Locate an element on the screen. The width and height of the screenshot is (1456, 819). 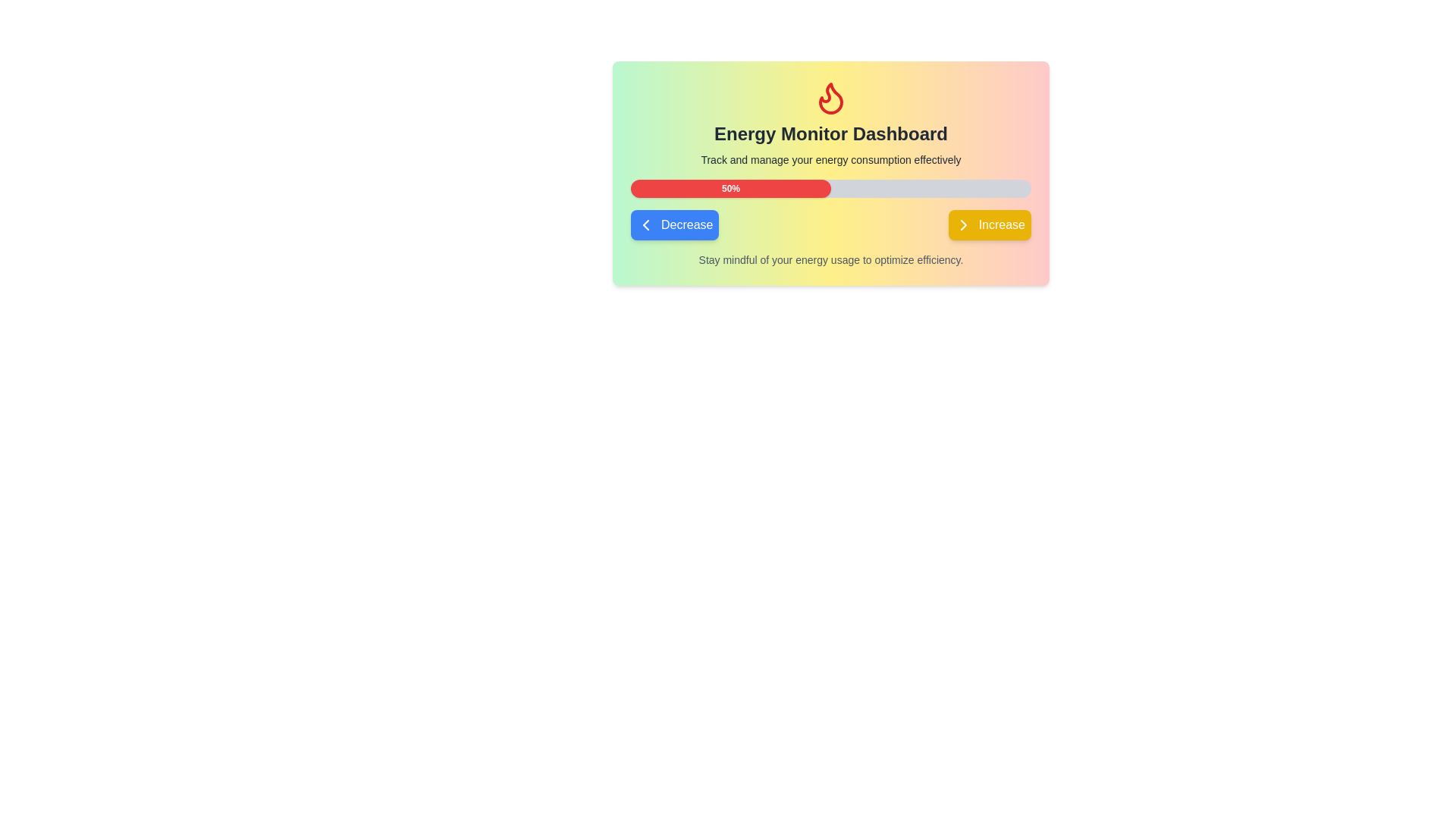
the 'Decrease' button text, which is styled with white text on a blue background and is part of a button-like structure located below the progress bar is located at coordinates (686, 225).